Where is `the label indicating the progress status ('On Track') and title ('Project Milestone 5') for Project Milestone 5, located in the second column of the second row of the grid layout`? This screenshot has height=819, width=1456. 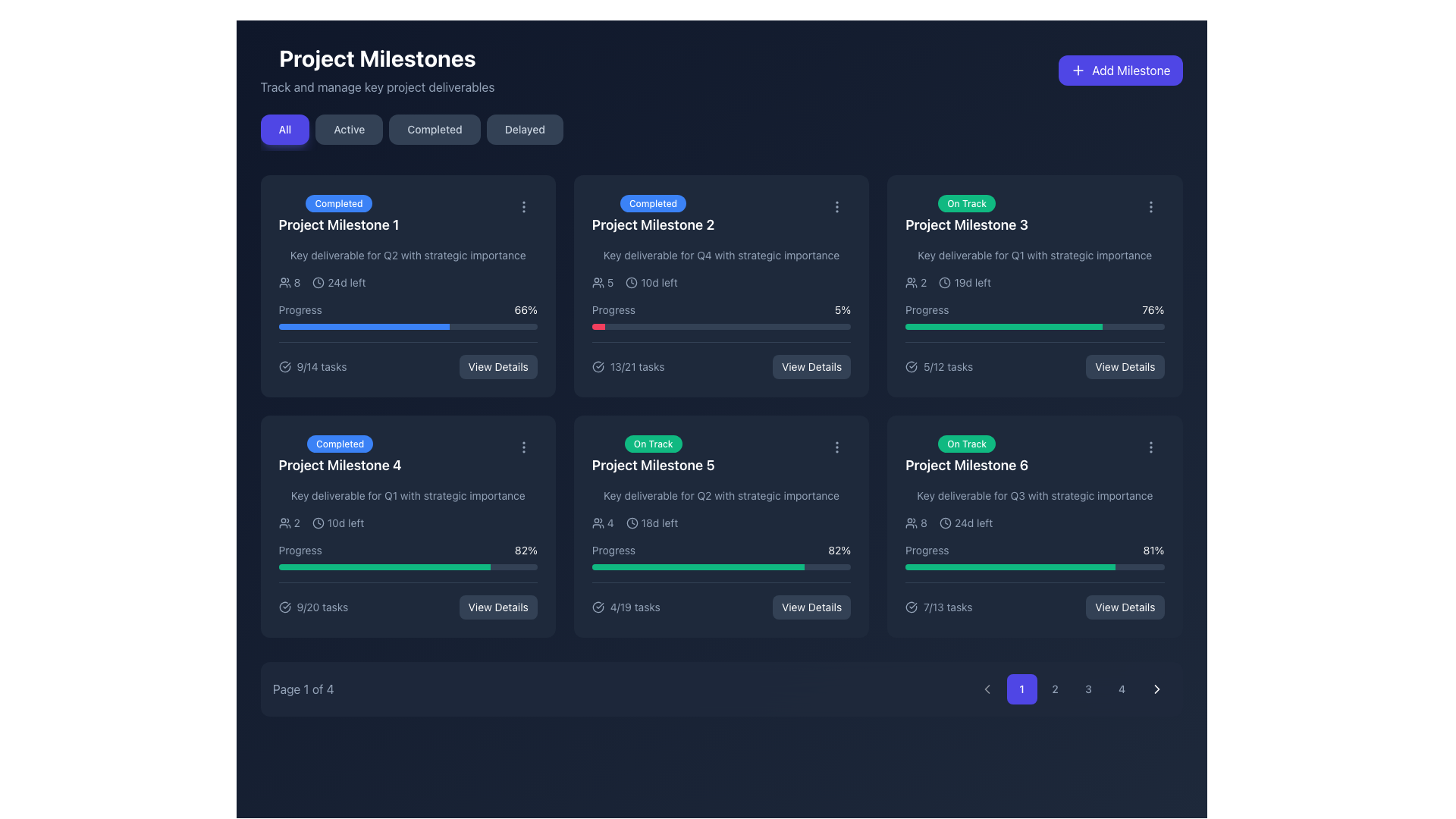 the label indicating the progress status ('On Track') and title ('Project Milestone 5') for Project Milestone 5, located in the second column of the second row of the grid layout is located at coordinates (653, 454).